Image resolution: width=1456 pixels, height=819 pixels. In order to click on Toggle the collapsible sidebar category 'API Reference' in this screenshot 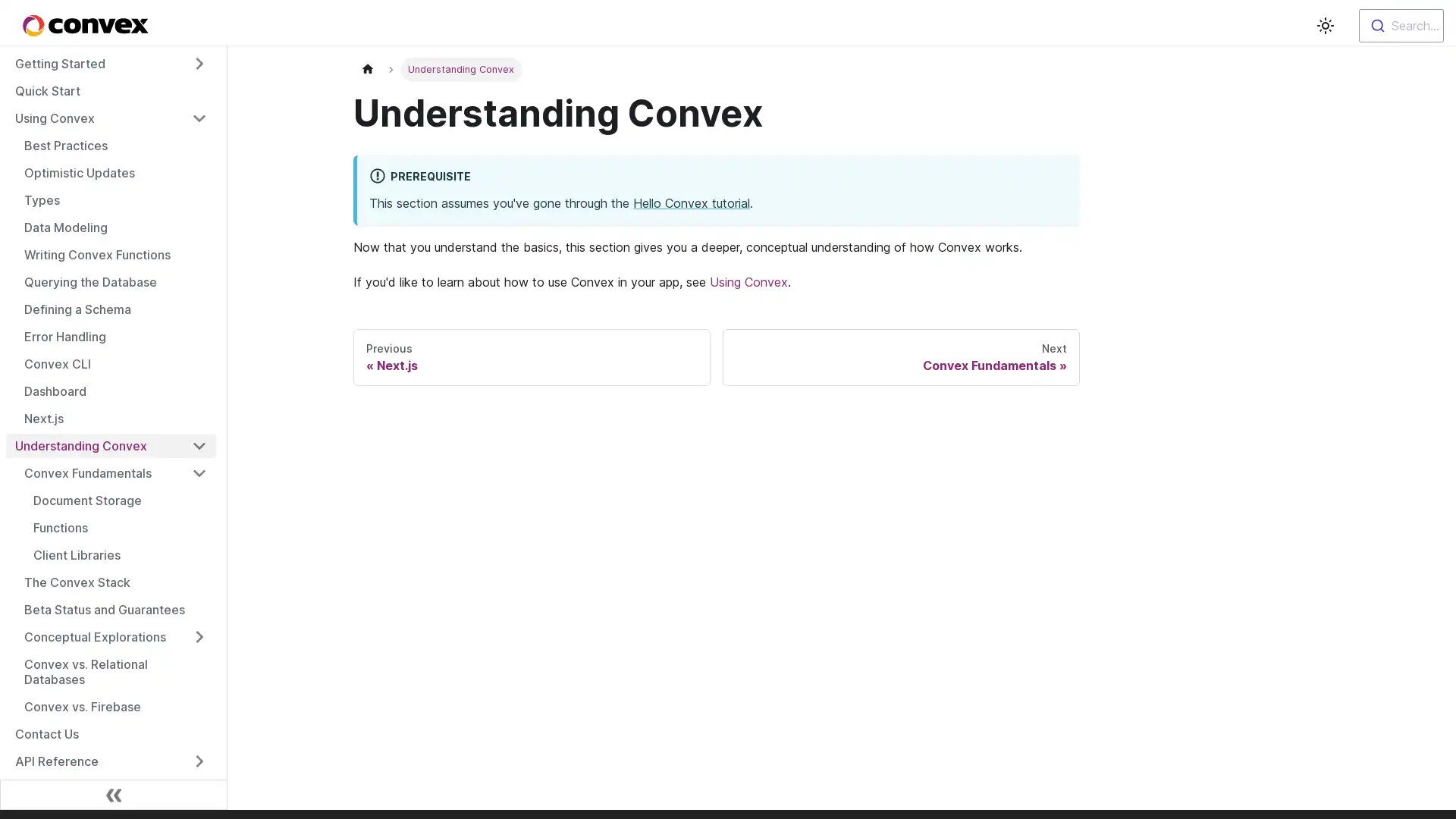, I will do `click(199, 761)`.